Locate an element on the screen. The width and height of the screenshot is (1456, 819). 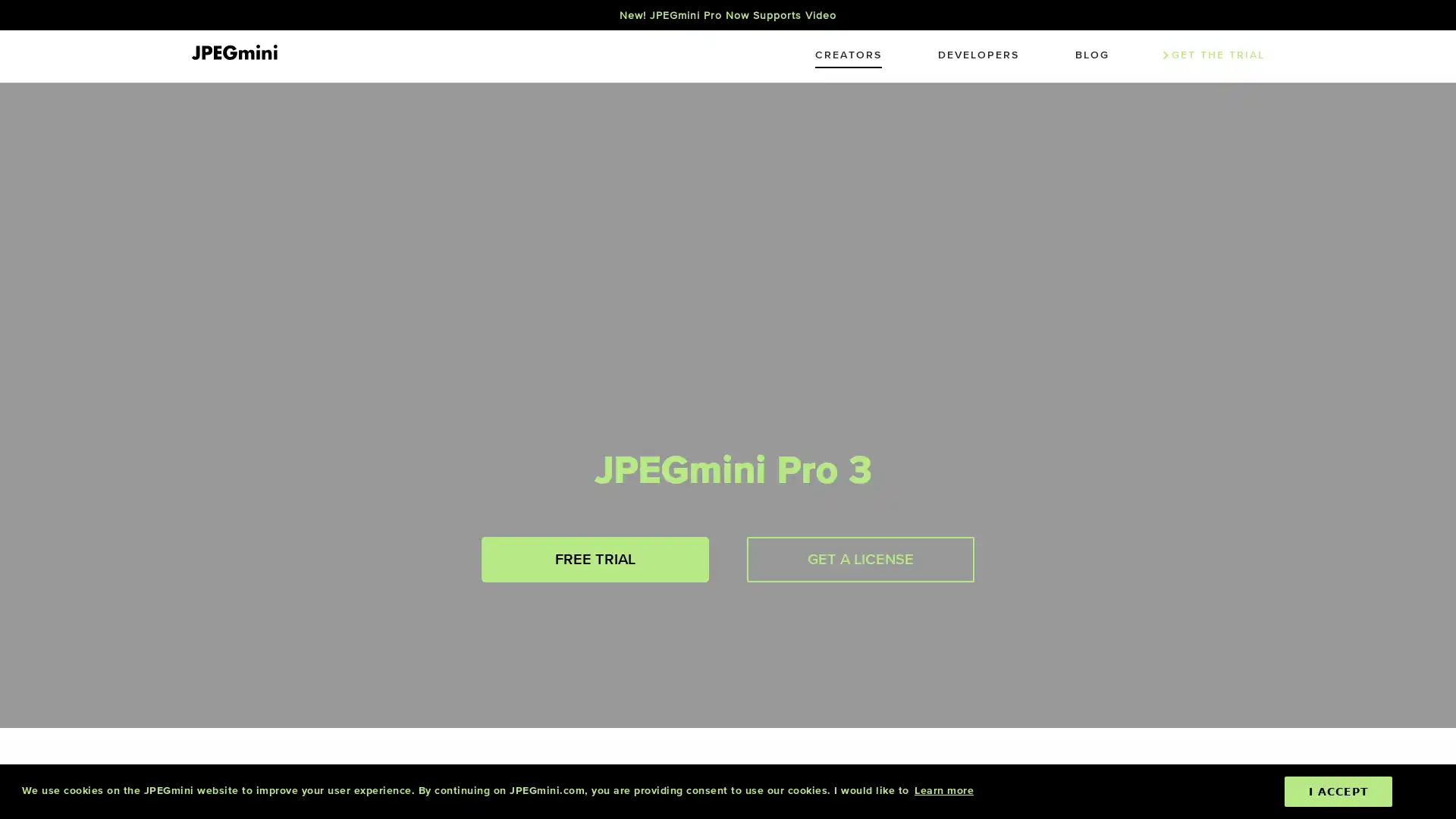
learn more about cookies is located at coordinates (943, 790).